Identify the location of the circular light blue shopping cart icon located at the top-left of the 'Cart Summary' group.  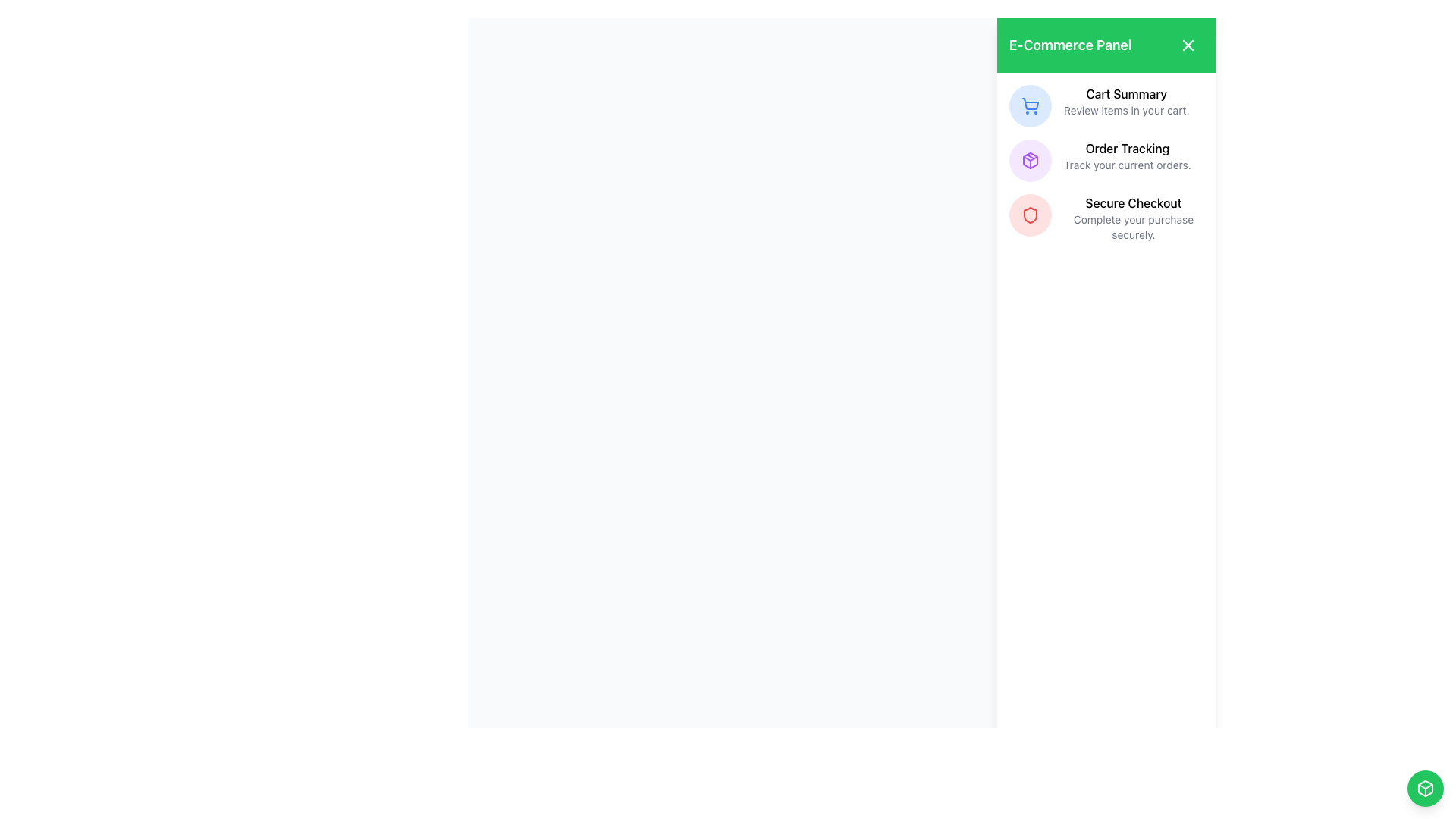
(1030, 105).